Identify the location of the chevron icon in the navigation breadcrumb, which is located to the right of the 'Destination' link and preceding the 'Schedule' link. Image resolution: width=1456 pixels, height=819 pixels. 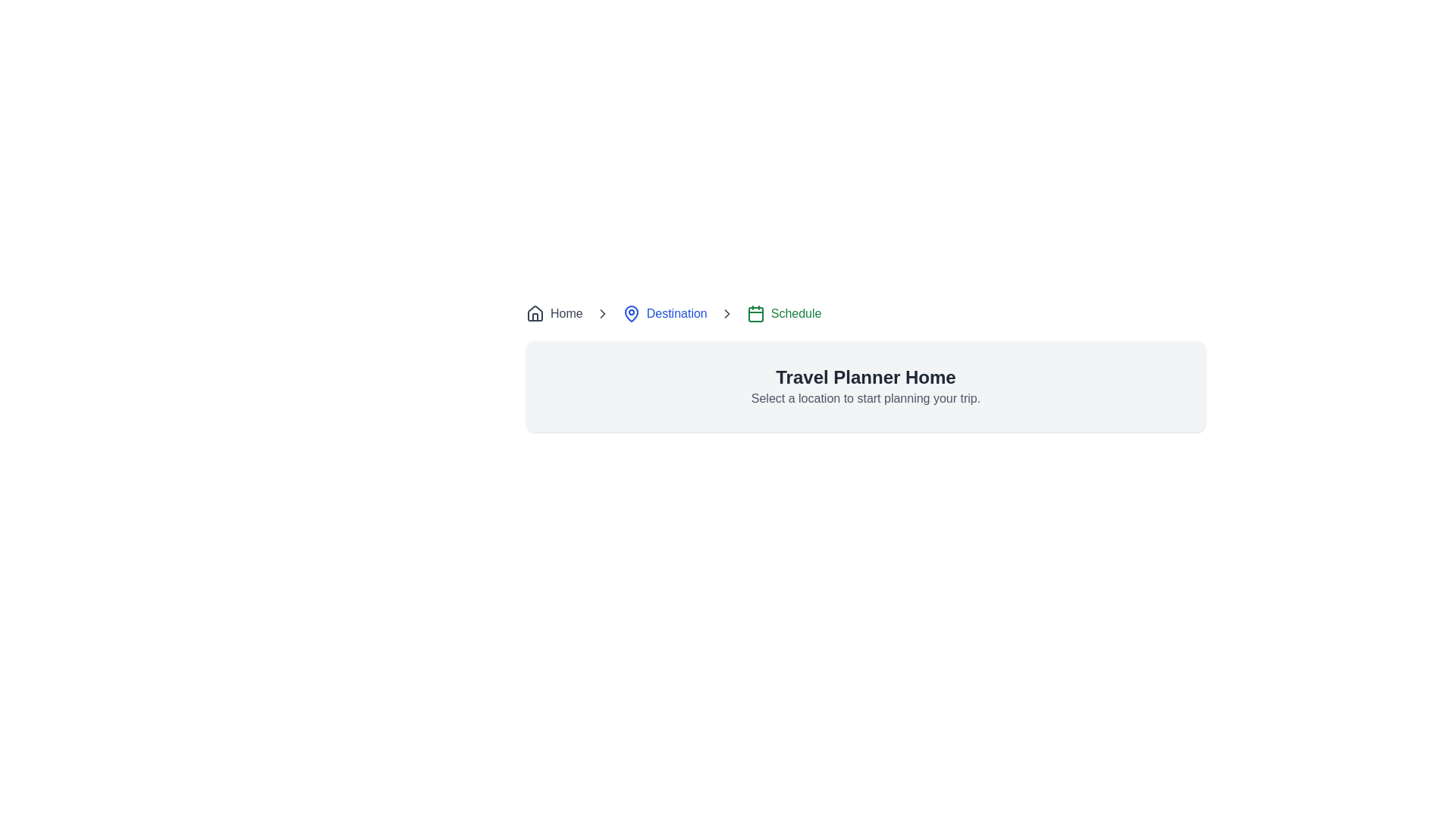
(601, 312).